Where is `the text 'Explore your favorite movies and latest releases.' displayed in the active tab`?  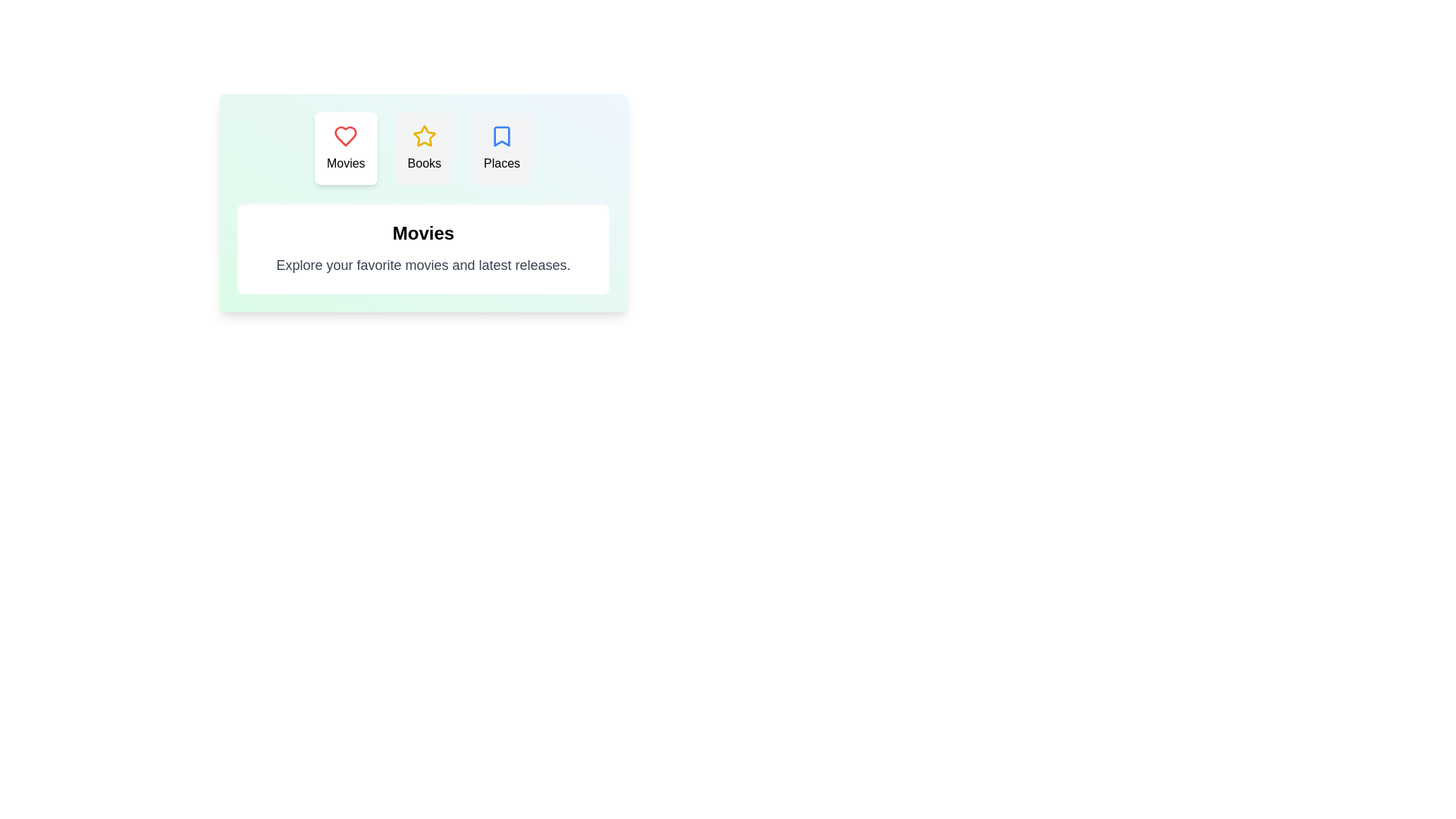 the text 'Explore your favorite movies and latest releases.' displayed in the active tab is located at coordinates (423, 265).